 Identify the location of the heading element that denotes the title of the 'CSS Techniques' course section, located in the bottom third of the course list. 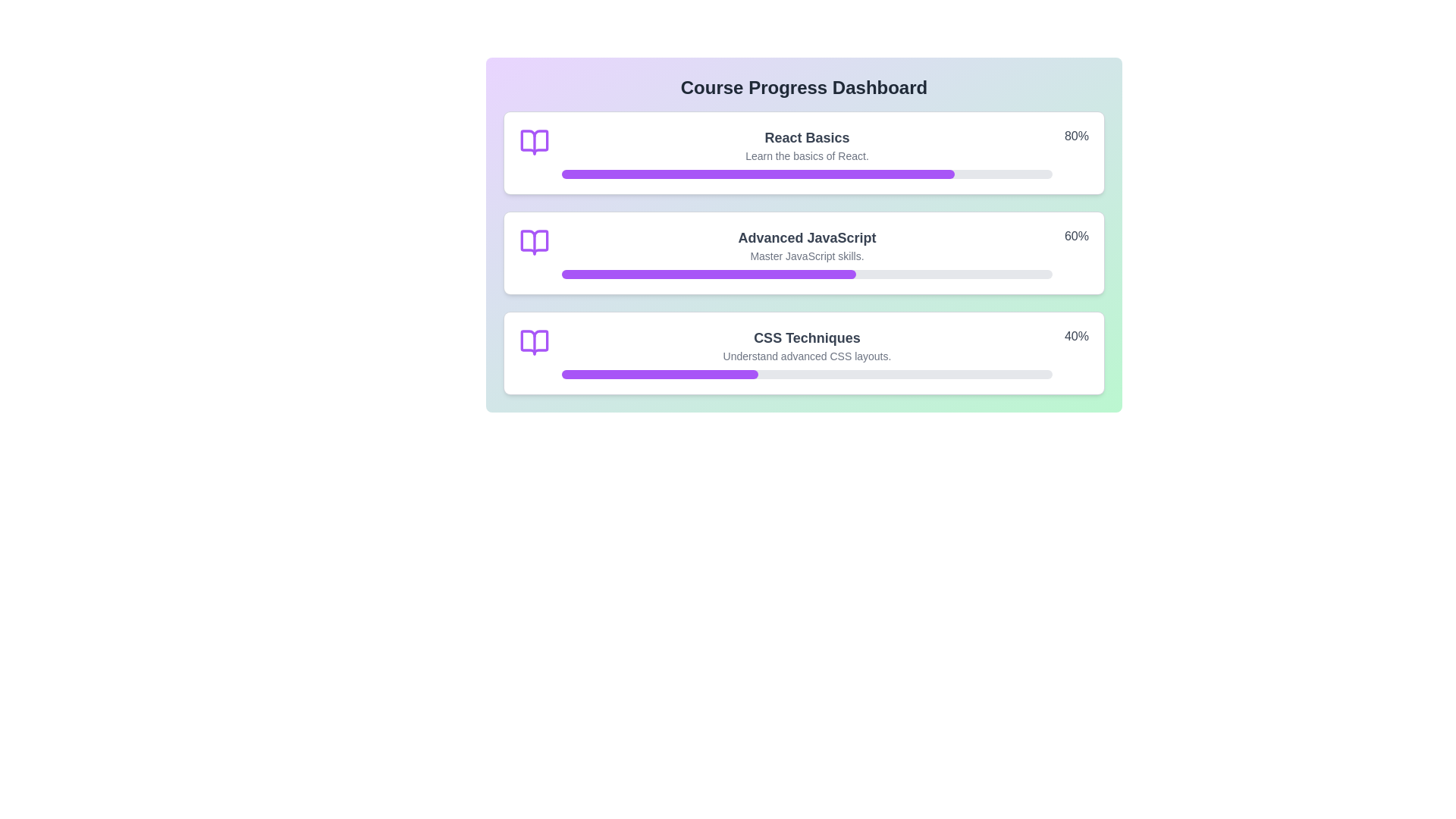
(806, 337).